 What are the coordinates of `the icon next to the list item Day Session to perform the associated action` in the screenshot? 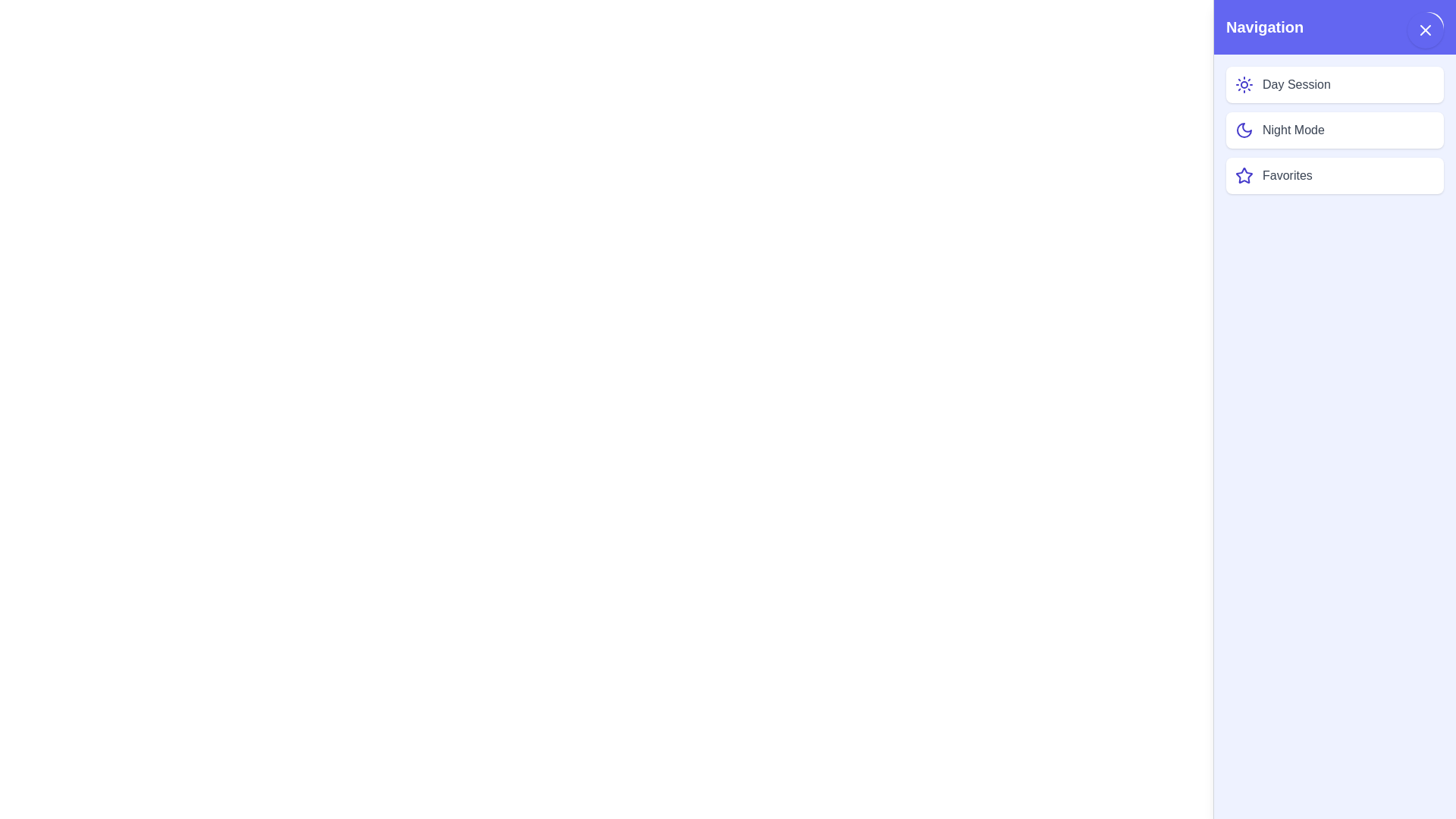 It's located at (1244, 84).